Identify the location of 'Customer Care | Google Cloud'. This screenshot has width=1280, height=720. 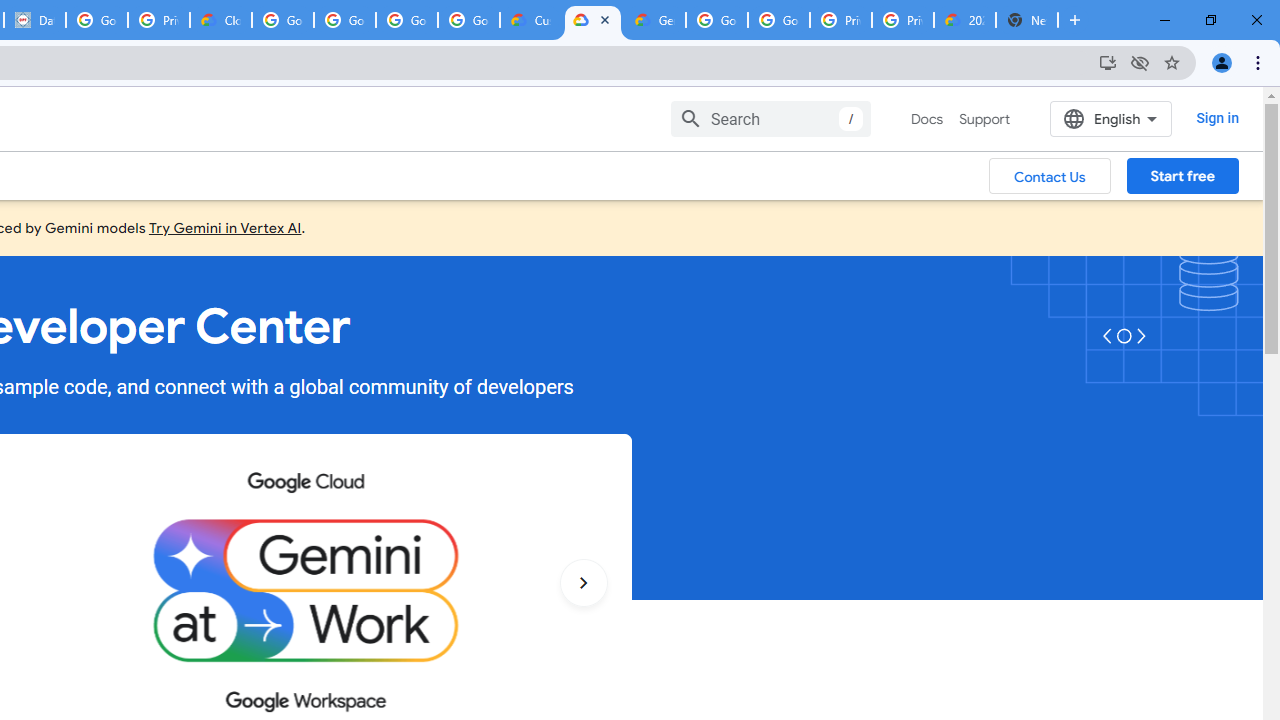
(531, 20).